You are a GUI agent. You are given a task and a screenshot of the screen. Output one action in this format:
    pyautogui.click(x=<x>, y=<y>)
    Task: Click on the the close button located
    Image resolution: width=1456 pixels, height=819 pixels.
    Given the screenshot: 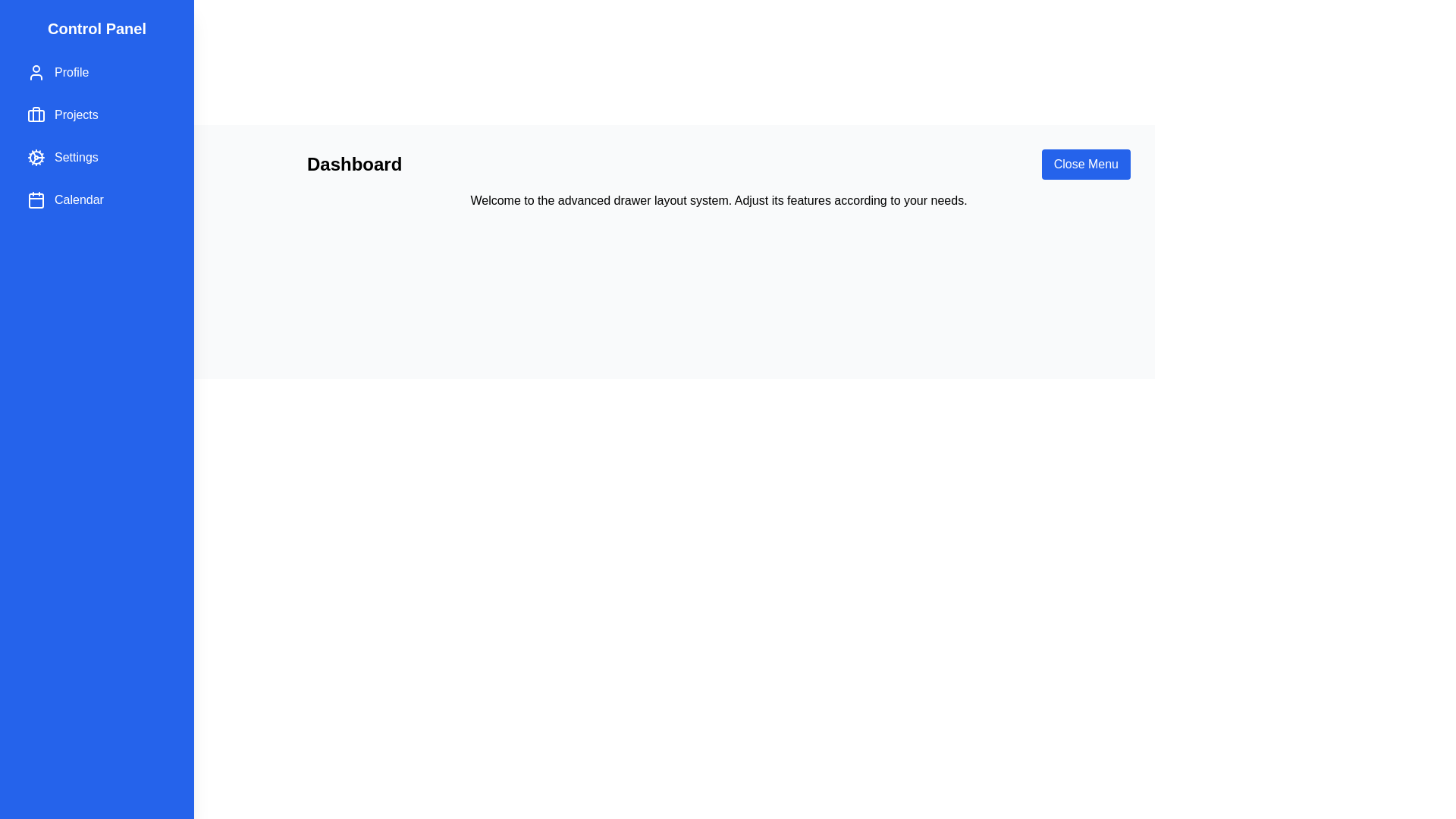 What is the action you would take?
    pyautogui.click(x=1085, y=164)
    